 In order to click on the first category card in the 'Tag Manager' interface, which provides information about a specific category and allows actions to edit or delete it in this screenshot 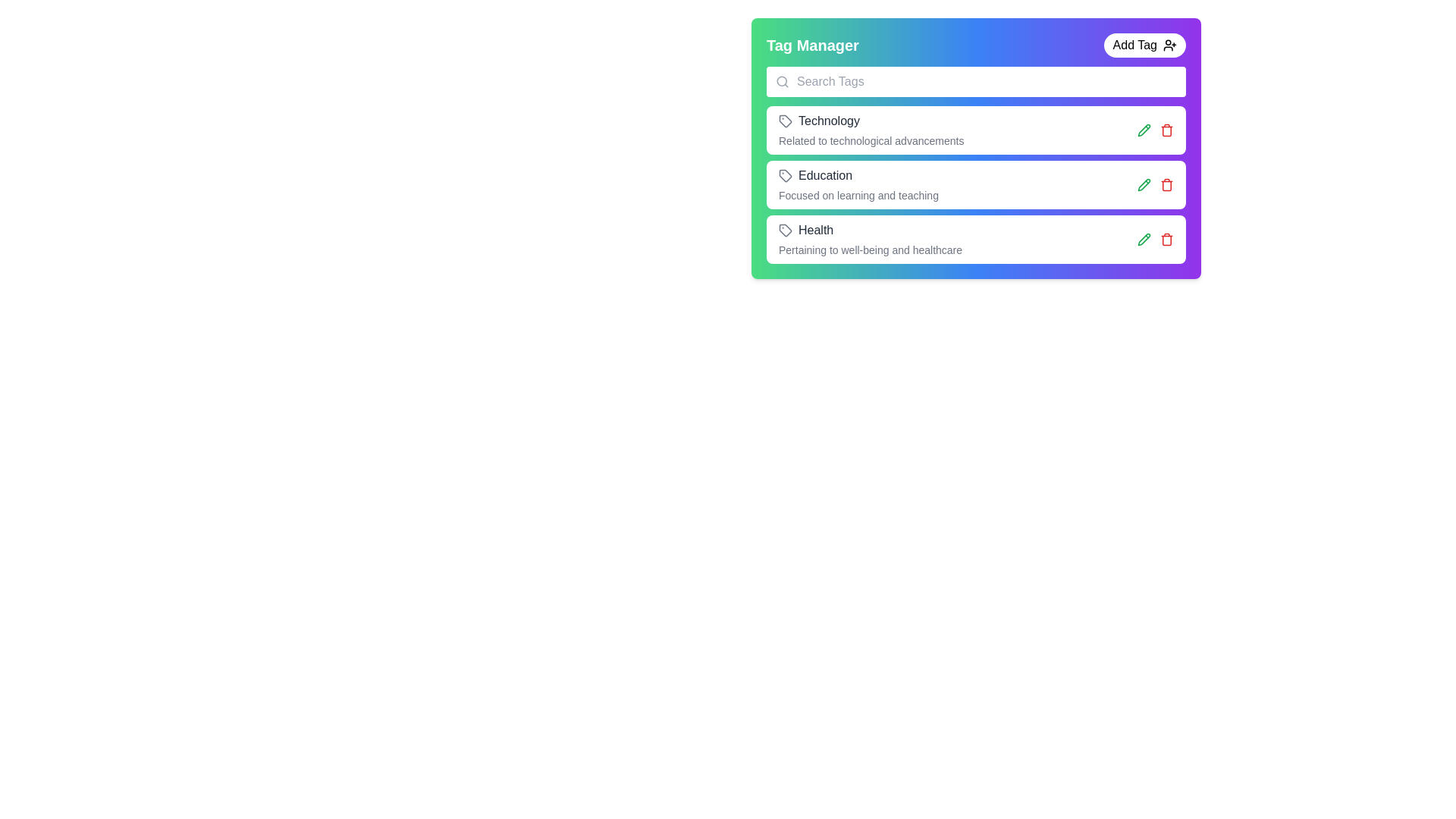, I will do `click(976, 130)`.